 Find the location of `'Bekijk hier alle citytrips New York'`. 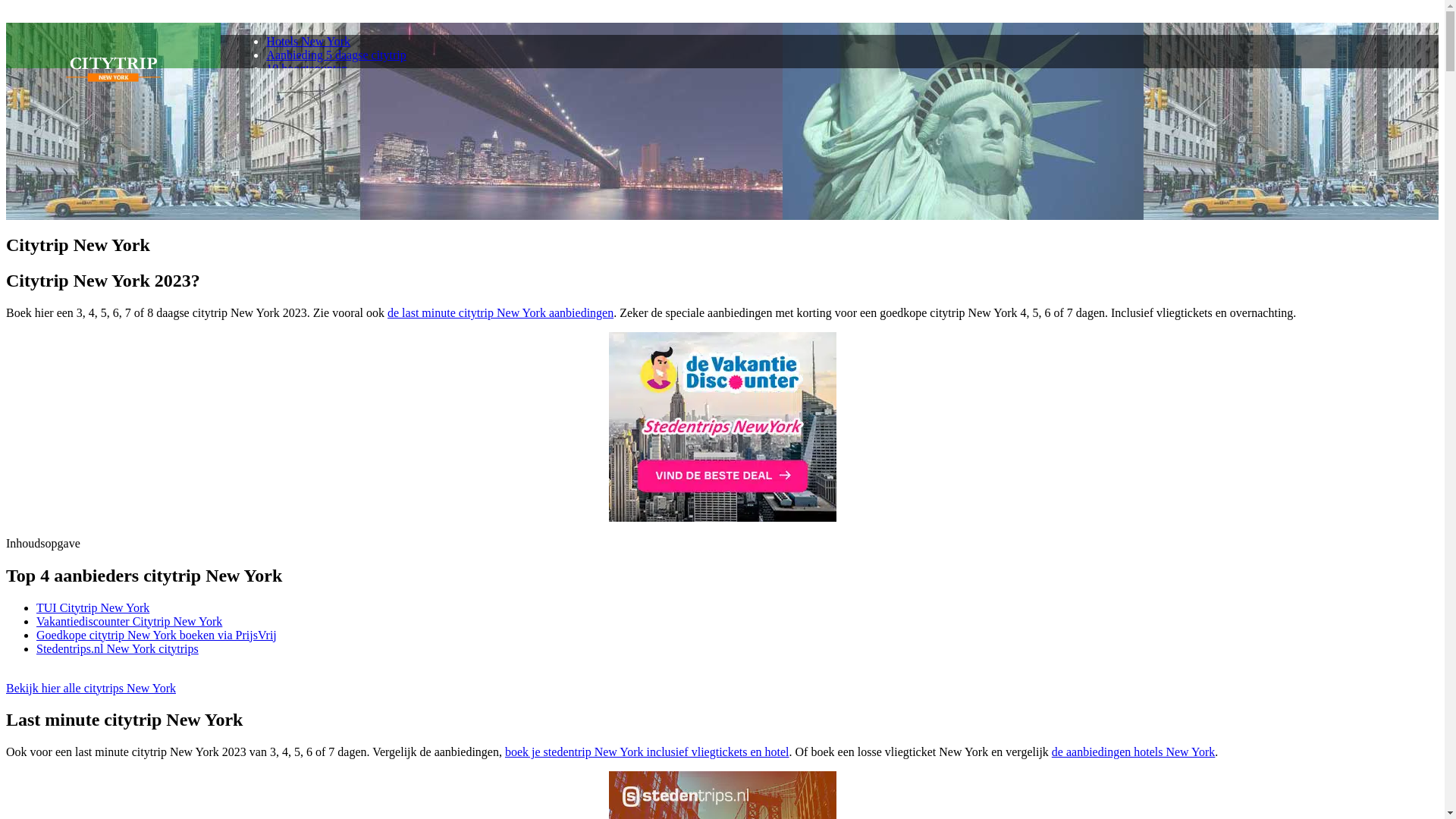

'Bekijk hier alle citytrips New York' is located at coordinates (6, 688).